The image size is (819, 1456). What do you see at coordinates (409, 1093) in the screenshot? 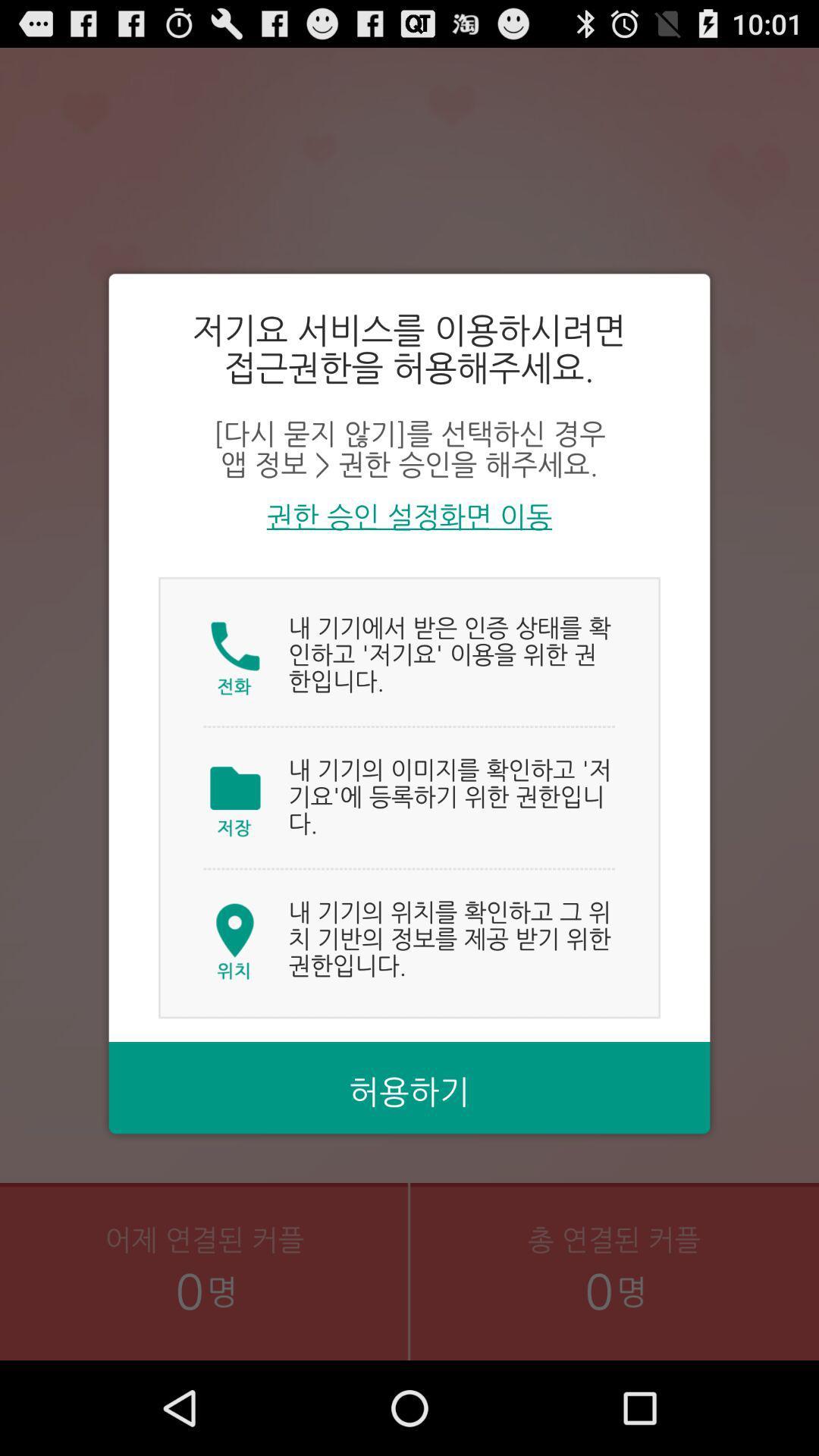
I see `item at the bottom` at bounding box center [409, 1093].